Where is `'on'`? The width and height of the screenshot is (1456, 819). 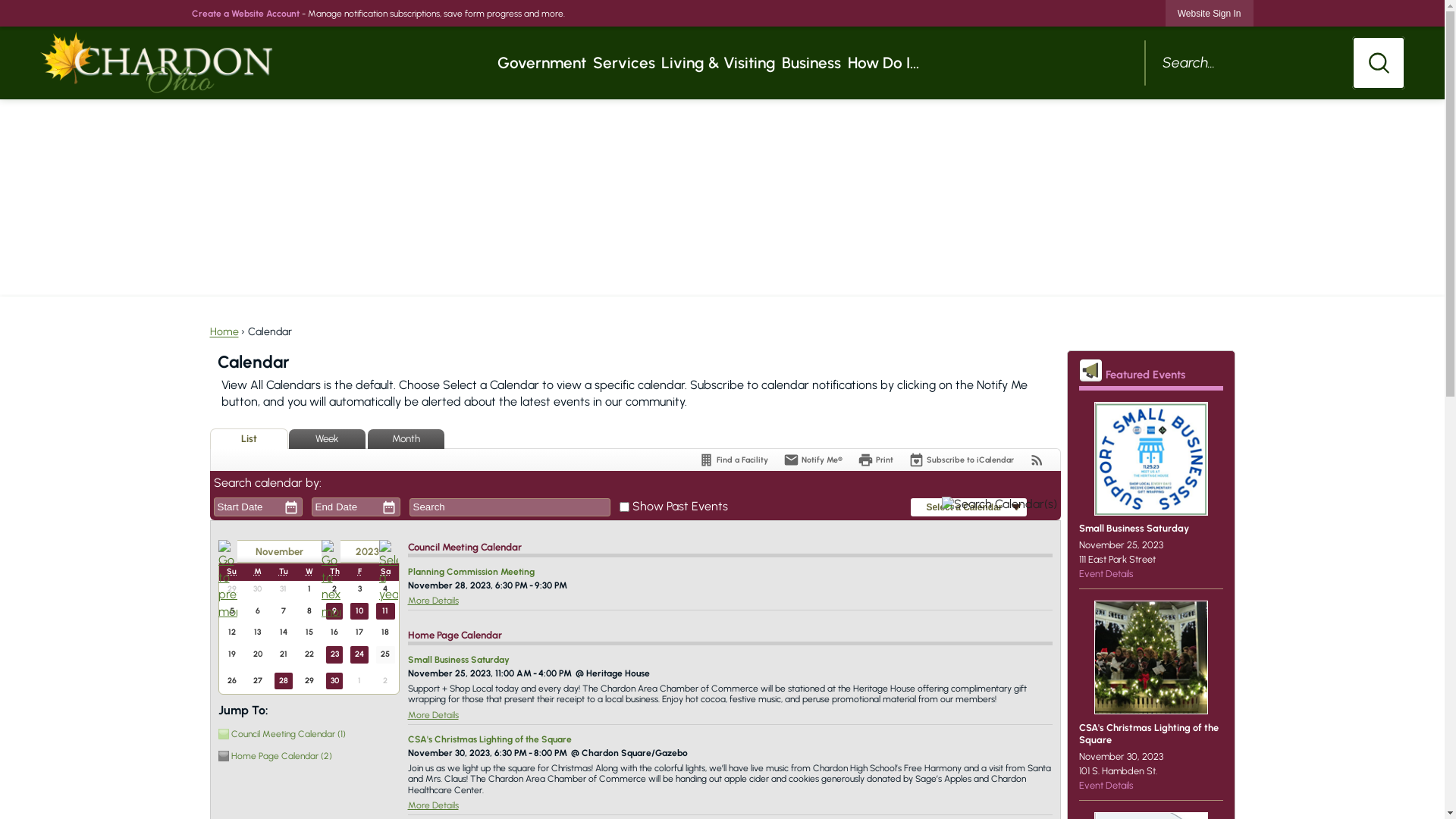
'on' is located at coordinates (624, 507).